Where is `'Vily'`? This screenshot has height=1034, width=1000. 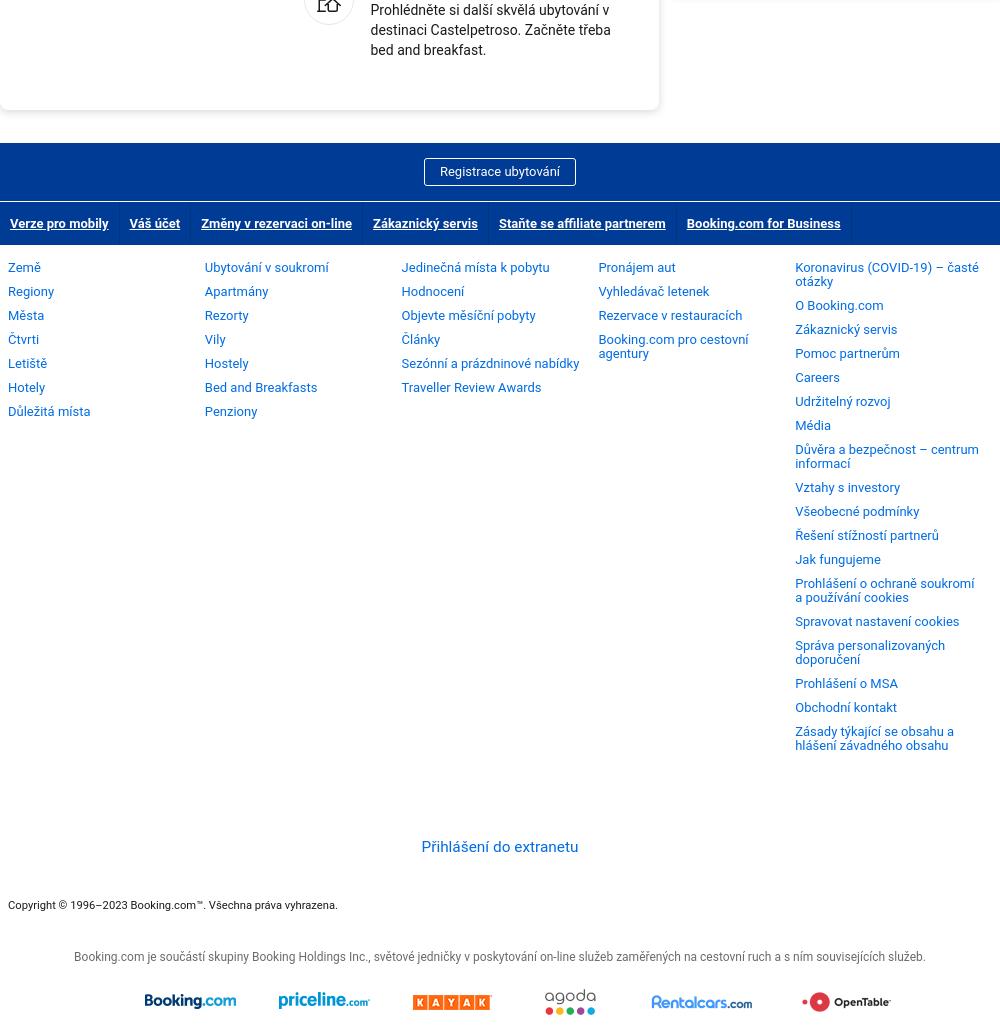
'Vily' is located at coordinates (213, 337).